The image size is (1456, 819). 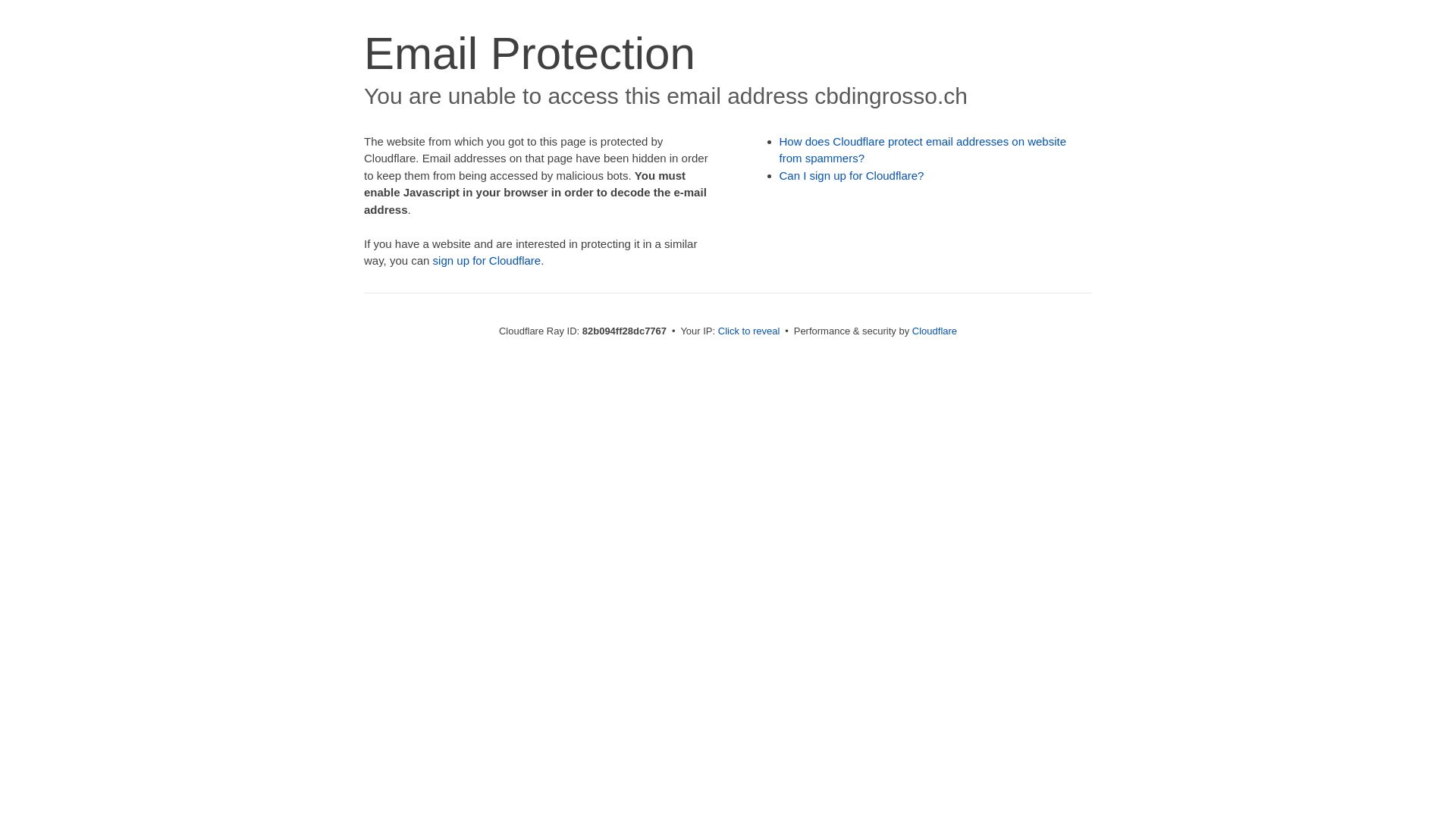 I want to click on 'Click to reveal', so click(x=749, y=330).